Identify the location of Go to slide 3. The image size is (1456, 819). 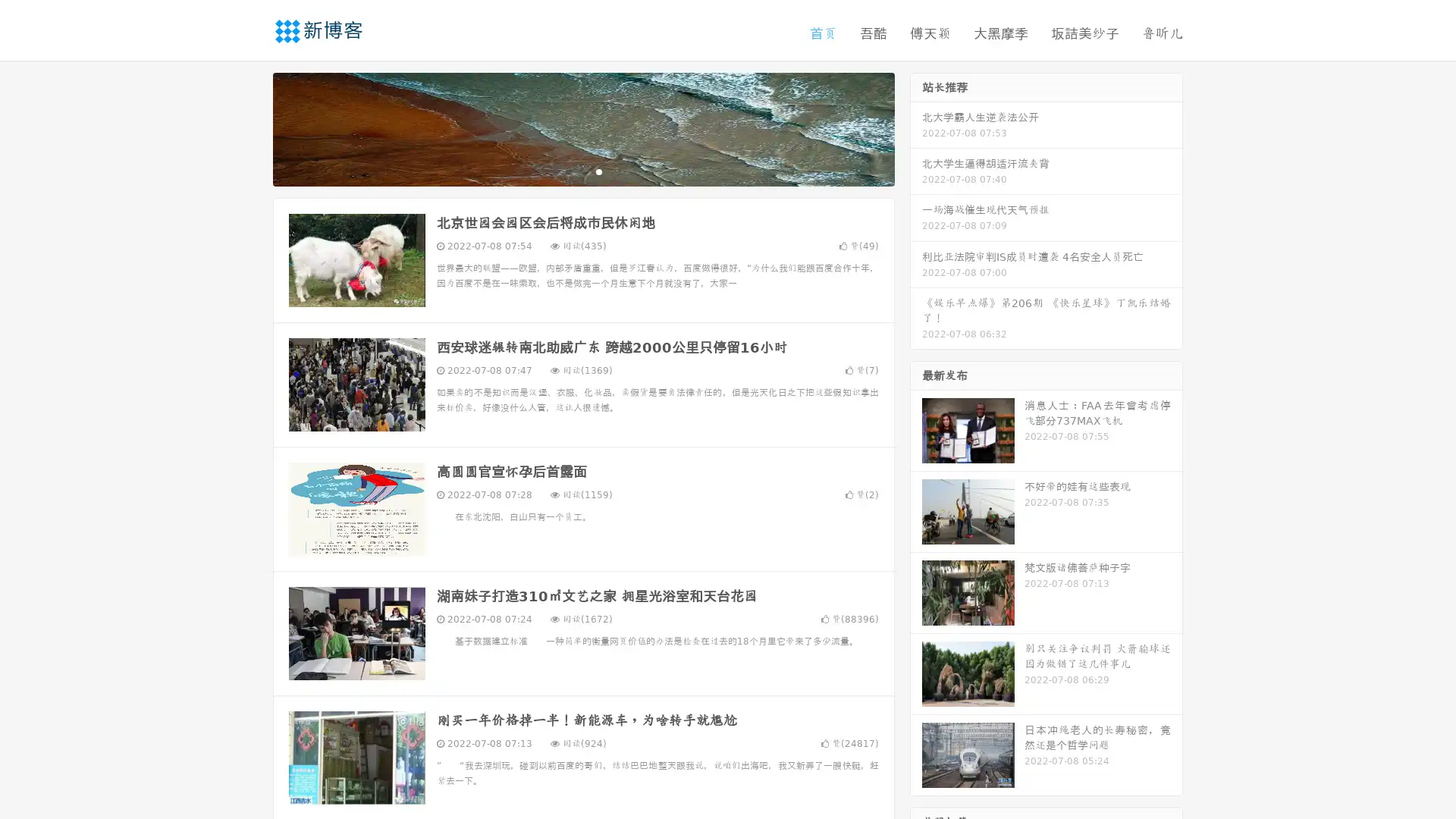
(598, 171).